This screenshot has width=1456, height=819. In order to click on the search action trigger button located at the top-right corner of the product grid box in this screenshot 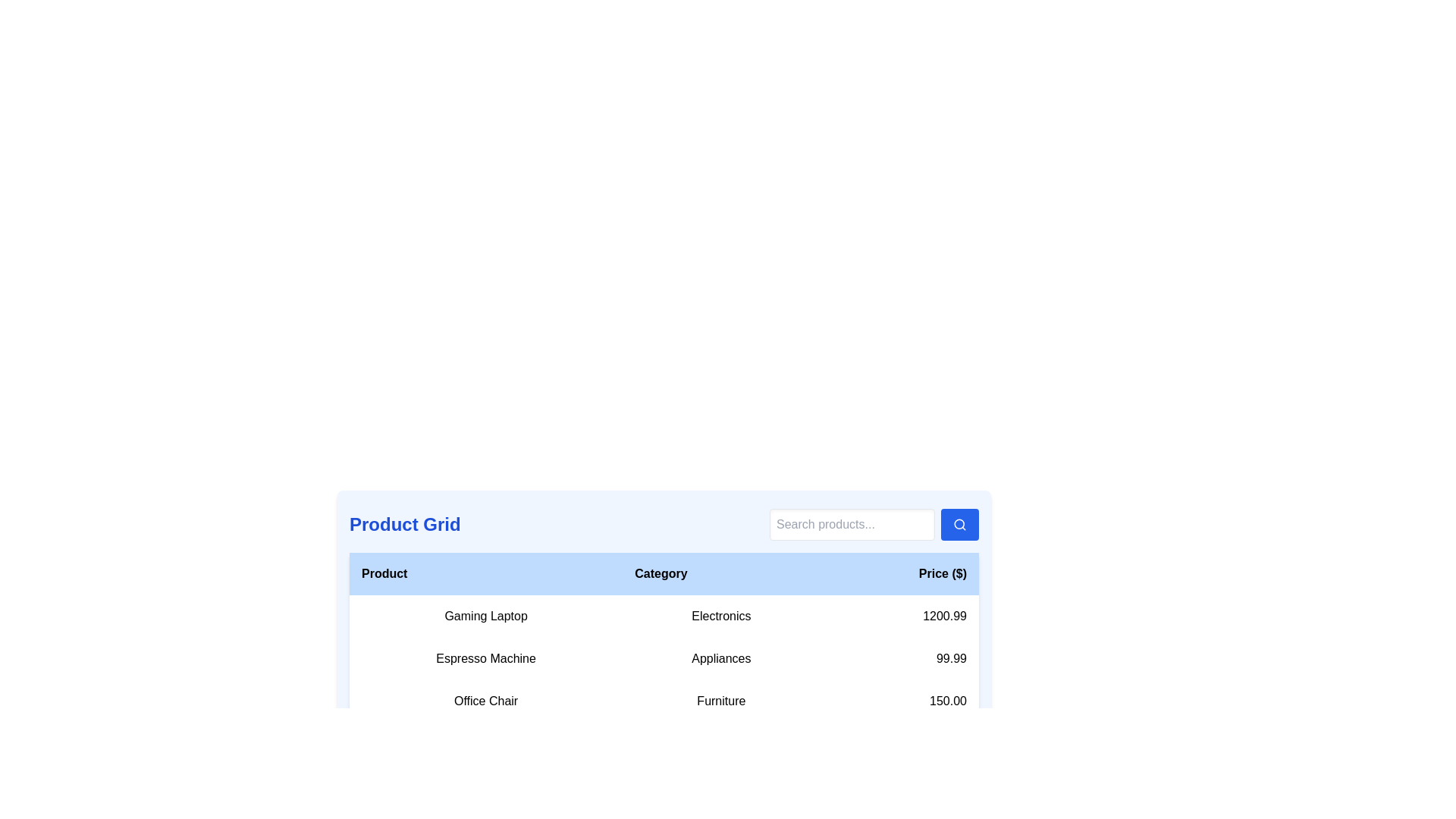, I will do `click(959, 523)`.